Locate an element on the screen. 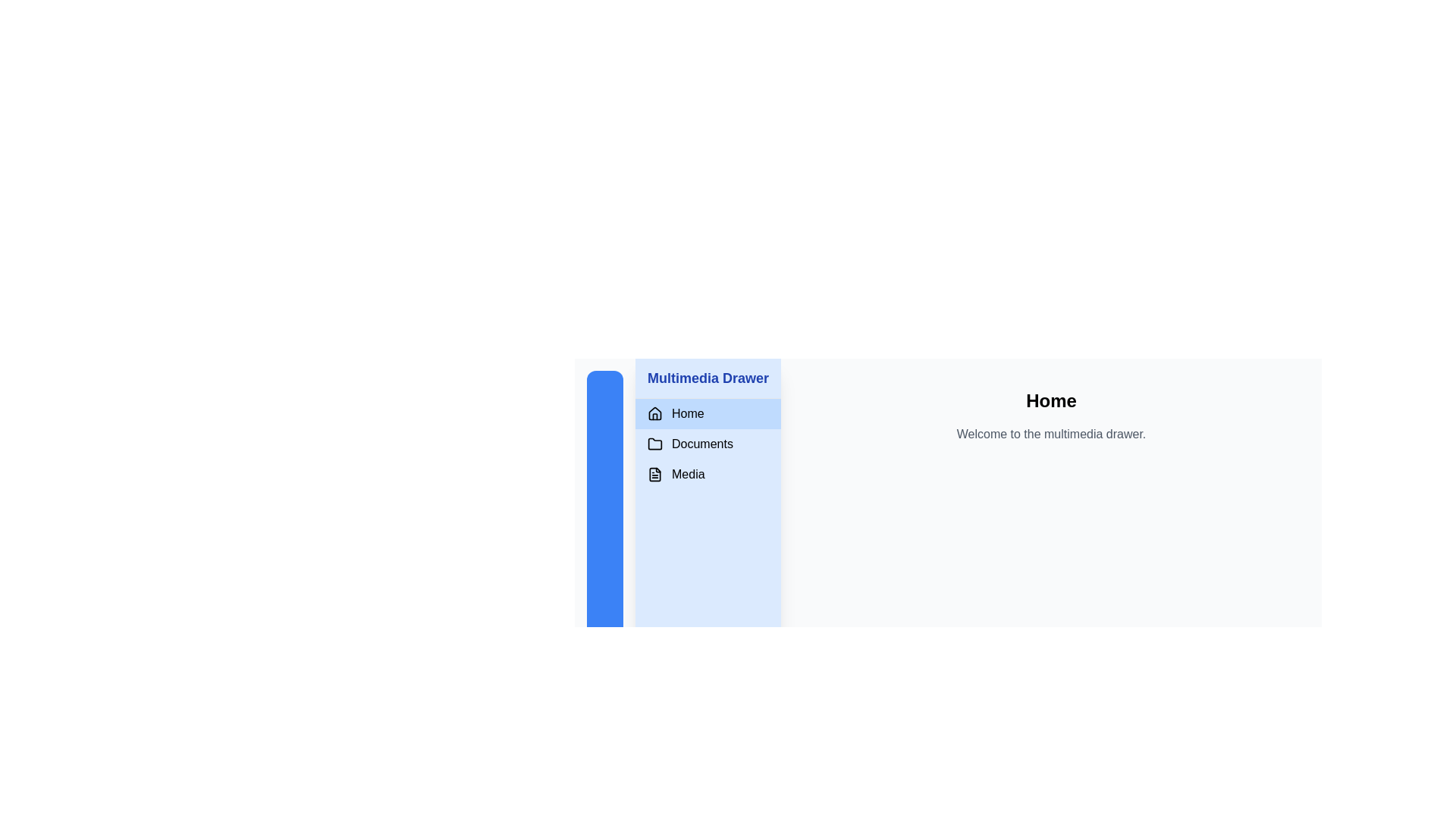 The width and height of the screenshot is (1456, 819). the 'Documents' navigation link located in the sidebar with a light blue background is located at coordinates (708, 444).